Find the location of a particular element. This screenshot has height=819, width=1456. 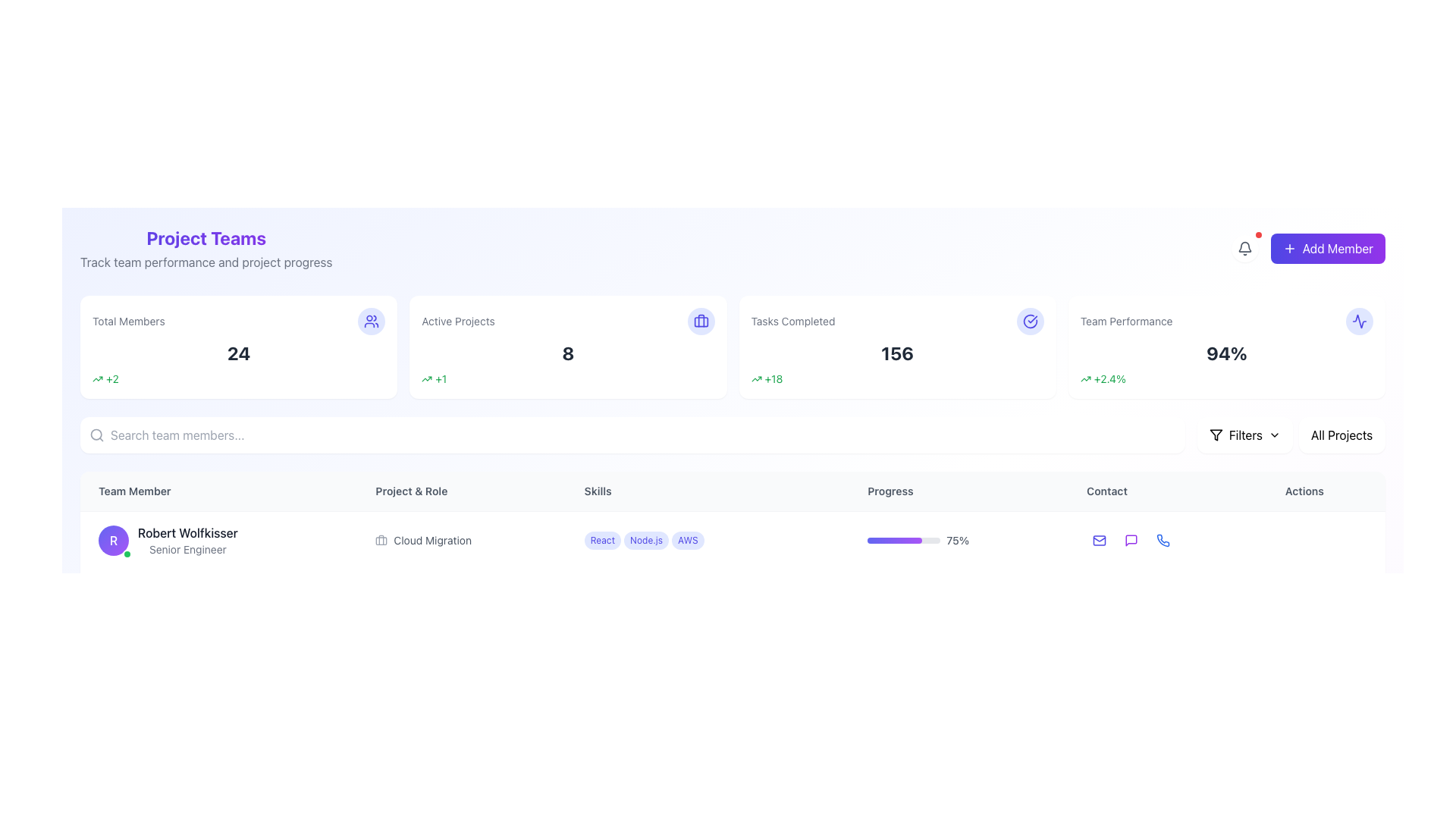

the SVG-based graphical icon component that symbolizes storage or organization, located near the top-right corner of the interface is located at coordinates (700, 321).